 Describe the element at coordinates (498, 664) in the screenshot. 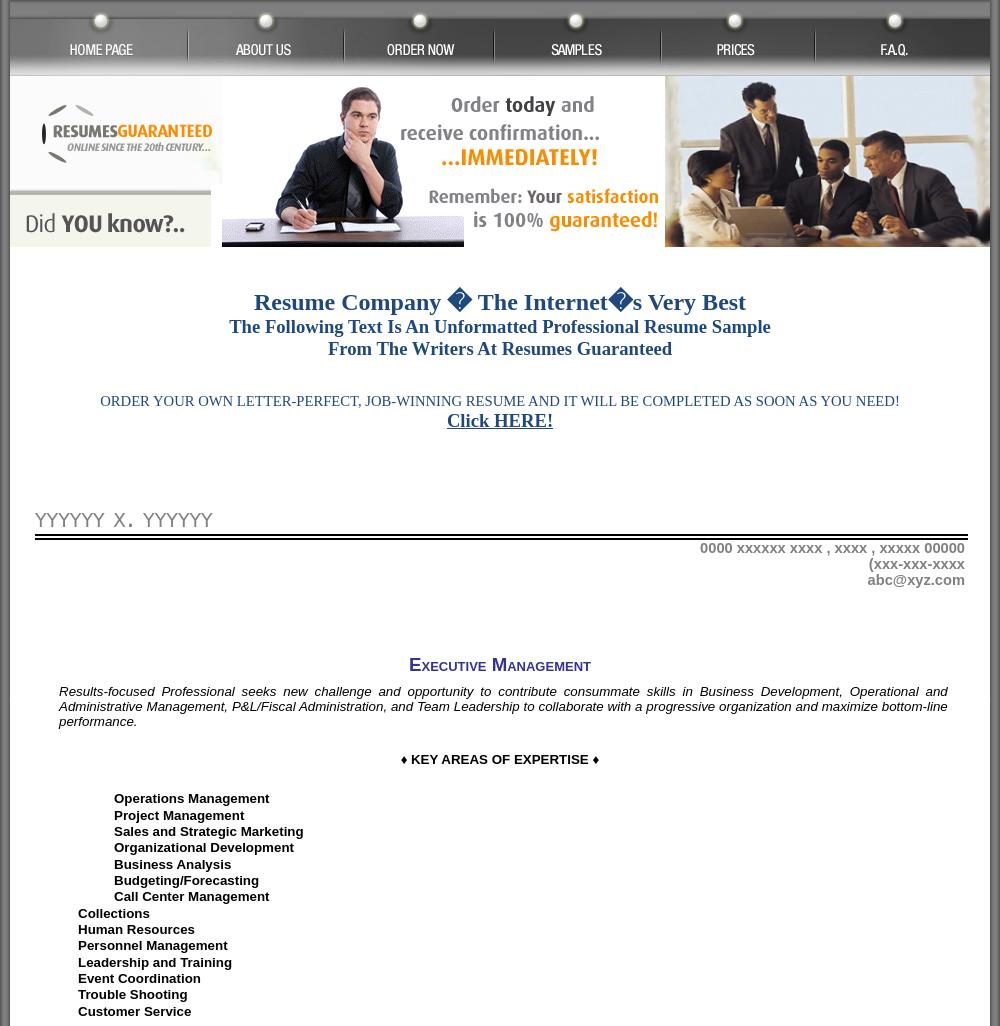

I see `'Executive Management'` at that location.